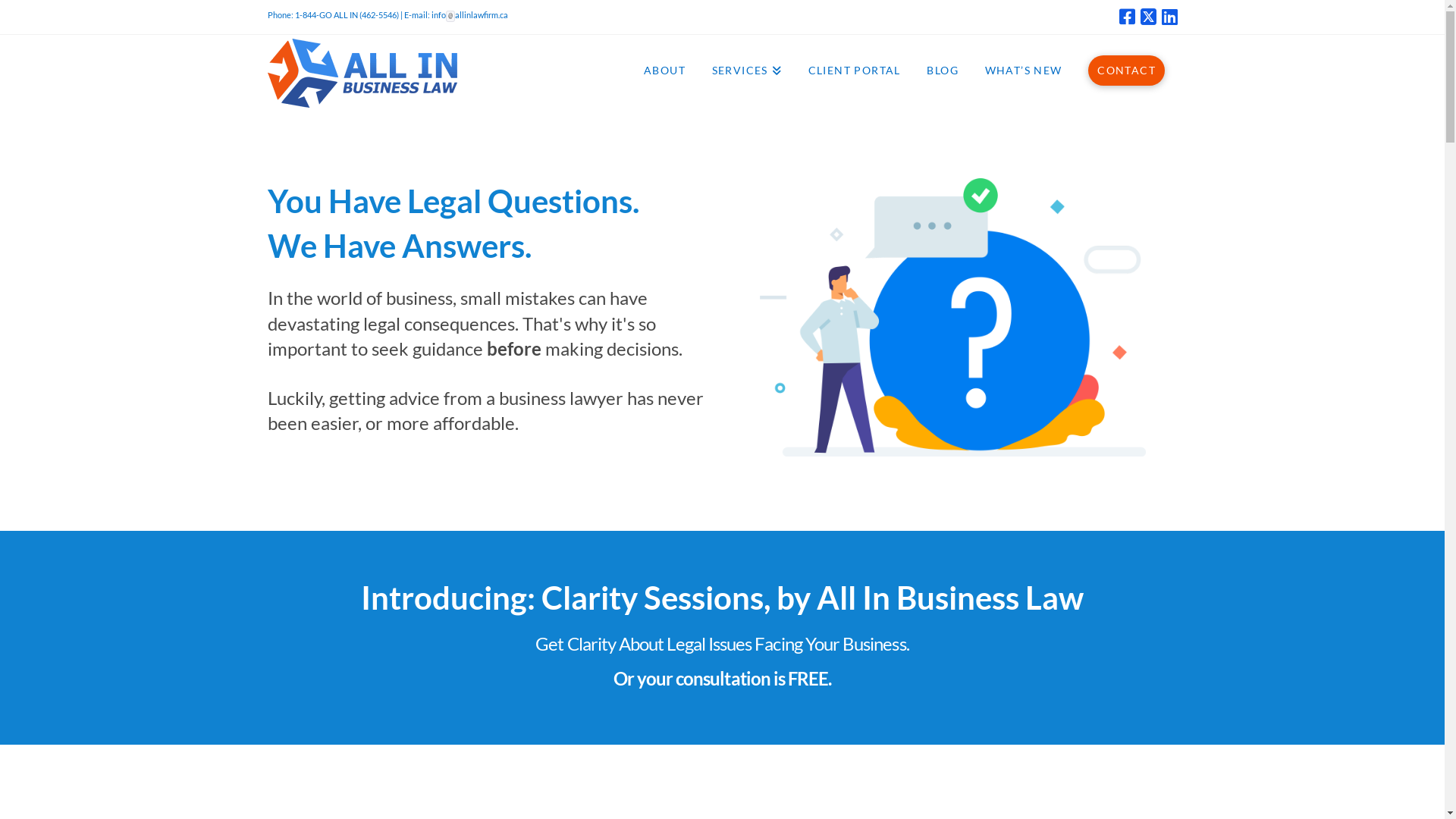  What do you see at coordinates (1169, 17) in the screenshot?
I see `'LinkedIn'` at bounding box center [1169, 17].